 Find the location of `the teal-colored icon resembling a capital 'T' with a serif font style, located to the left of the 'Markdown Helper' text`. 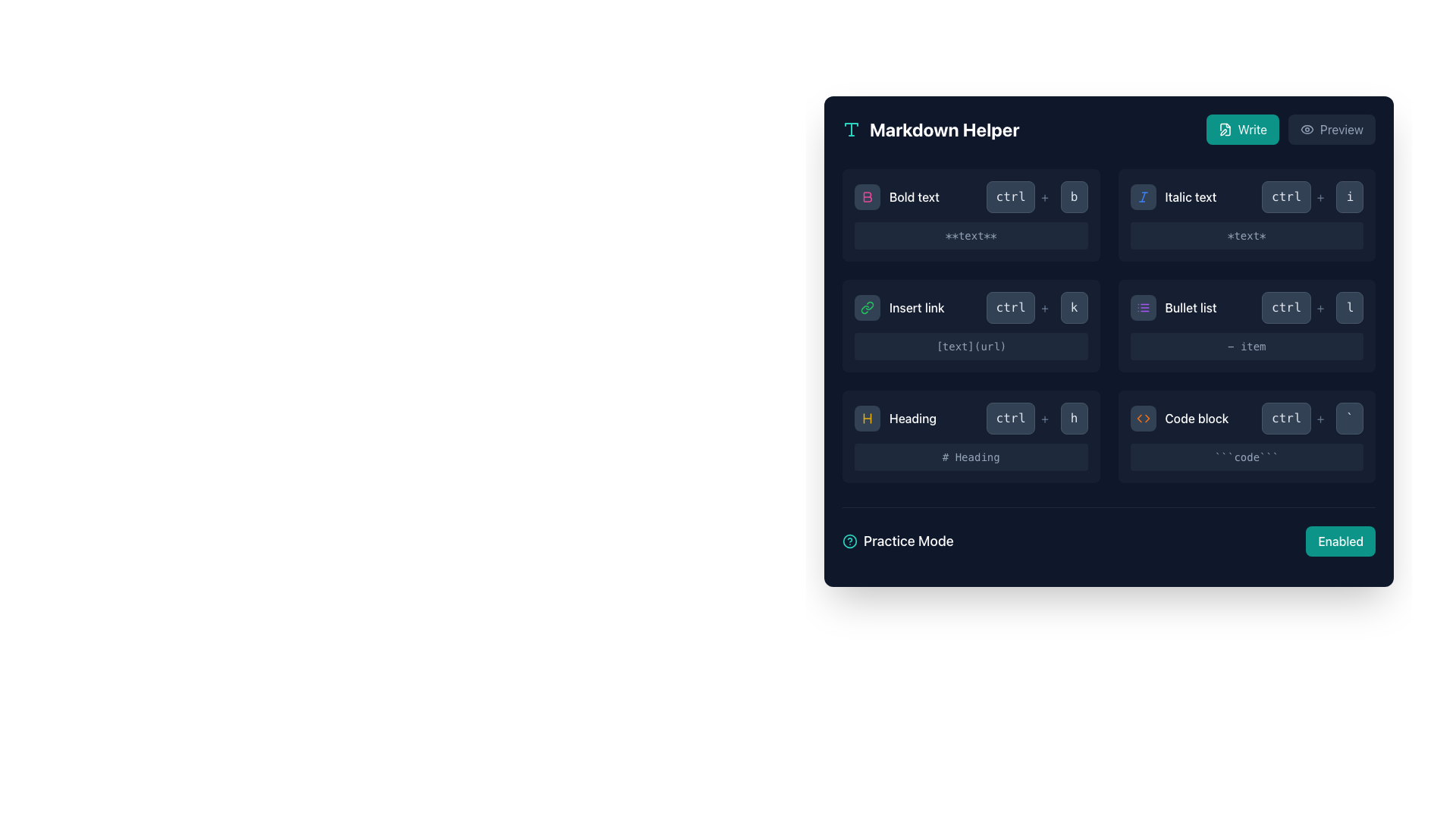

the teal-colored icon resembling a capital 'T' with a serif font style, located to the left of the 'Markdown Helper' text is located at coordinates (852, 128).